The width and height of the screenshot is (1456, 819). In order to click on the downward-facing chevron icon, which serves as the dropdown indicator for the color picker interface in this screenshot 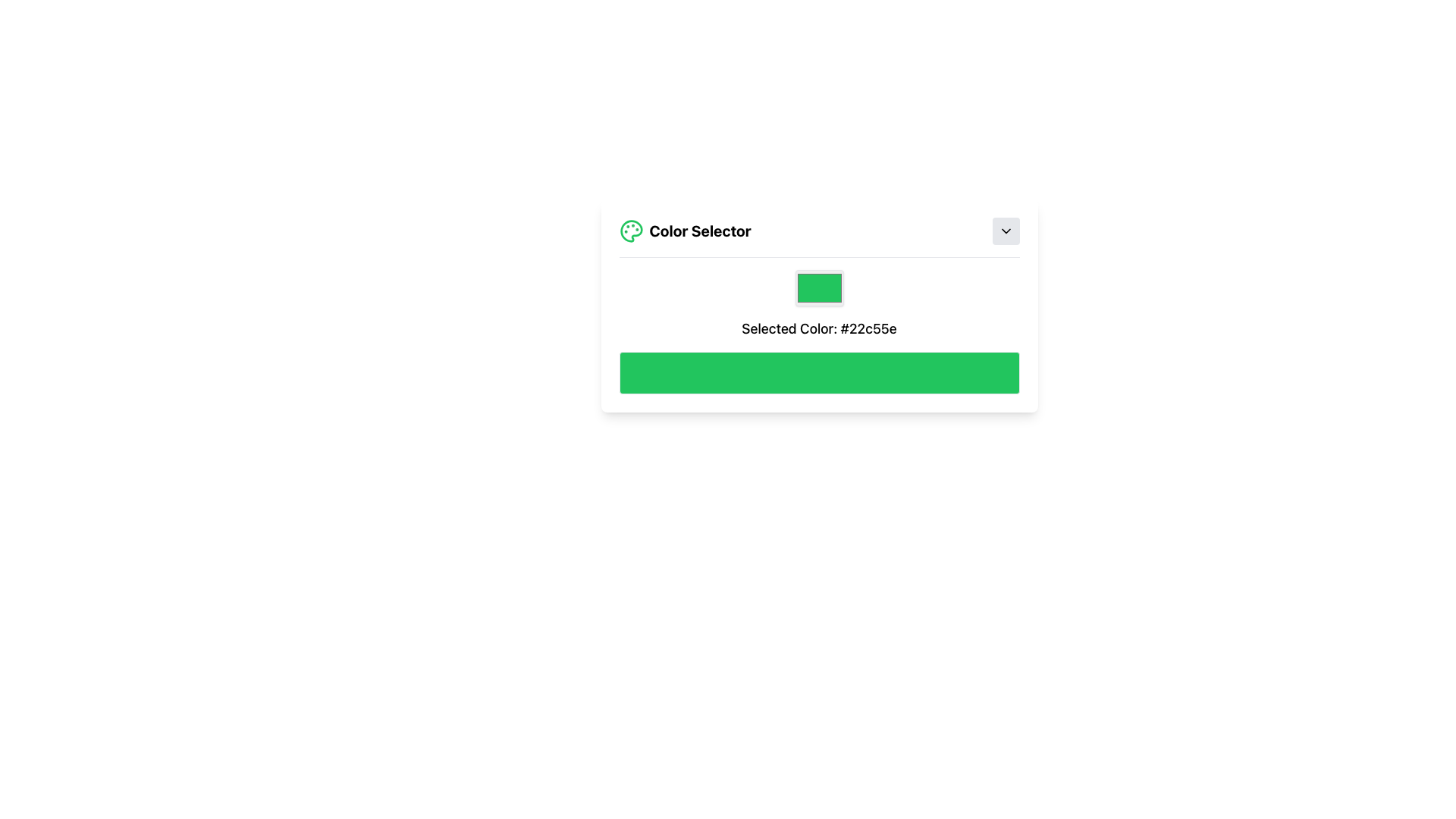, I will do `click(1006, 231)`.